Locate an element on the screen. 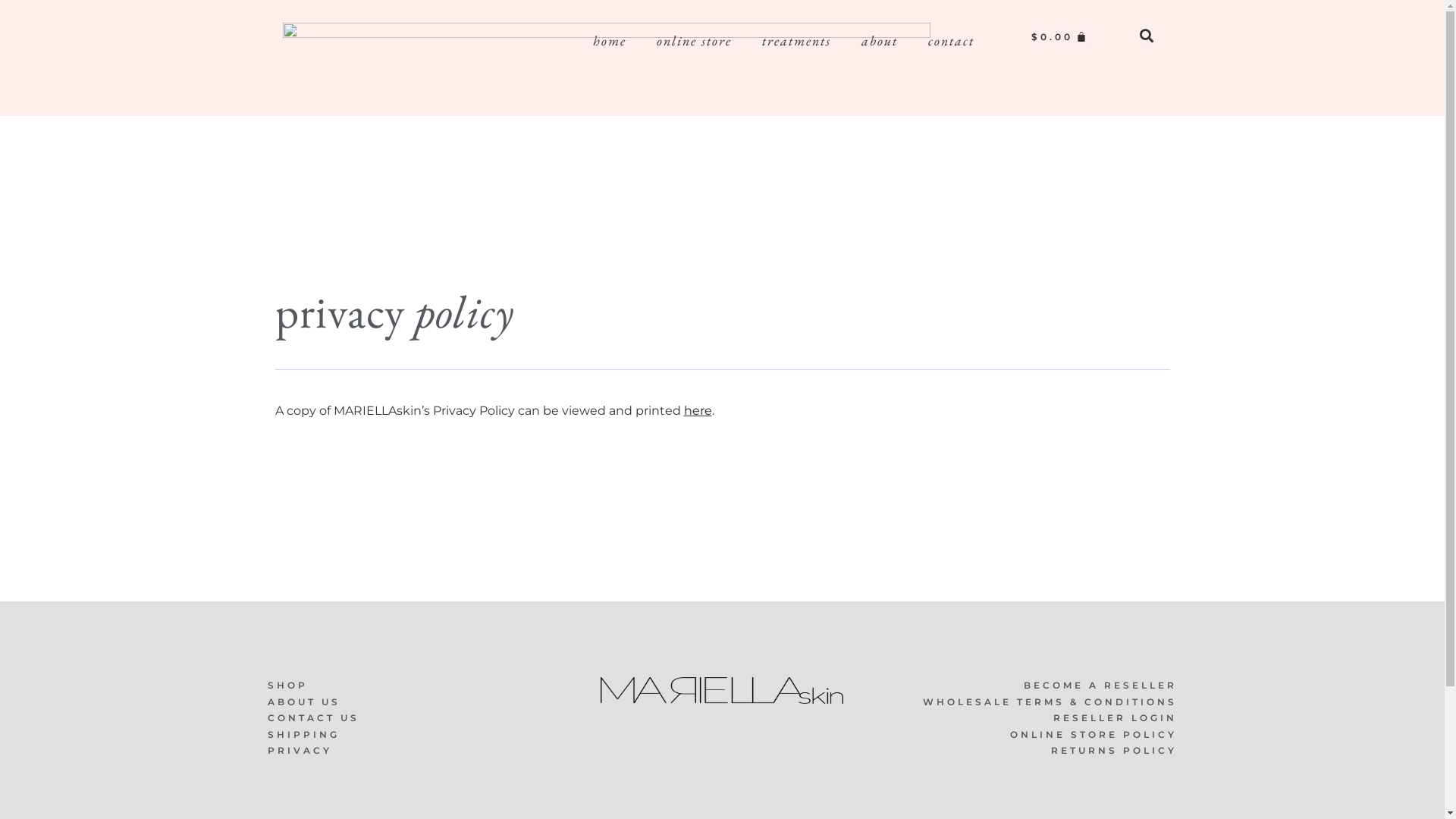 The width and height of the screenshot is (1456, 819). 'SHIPPING' is located at coordinates (419, 733).